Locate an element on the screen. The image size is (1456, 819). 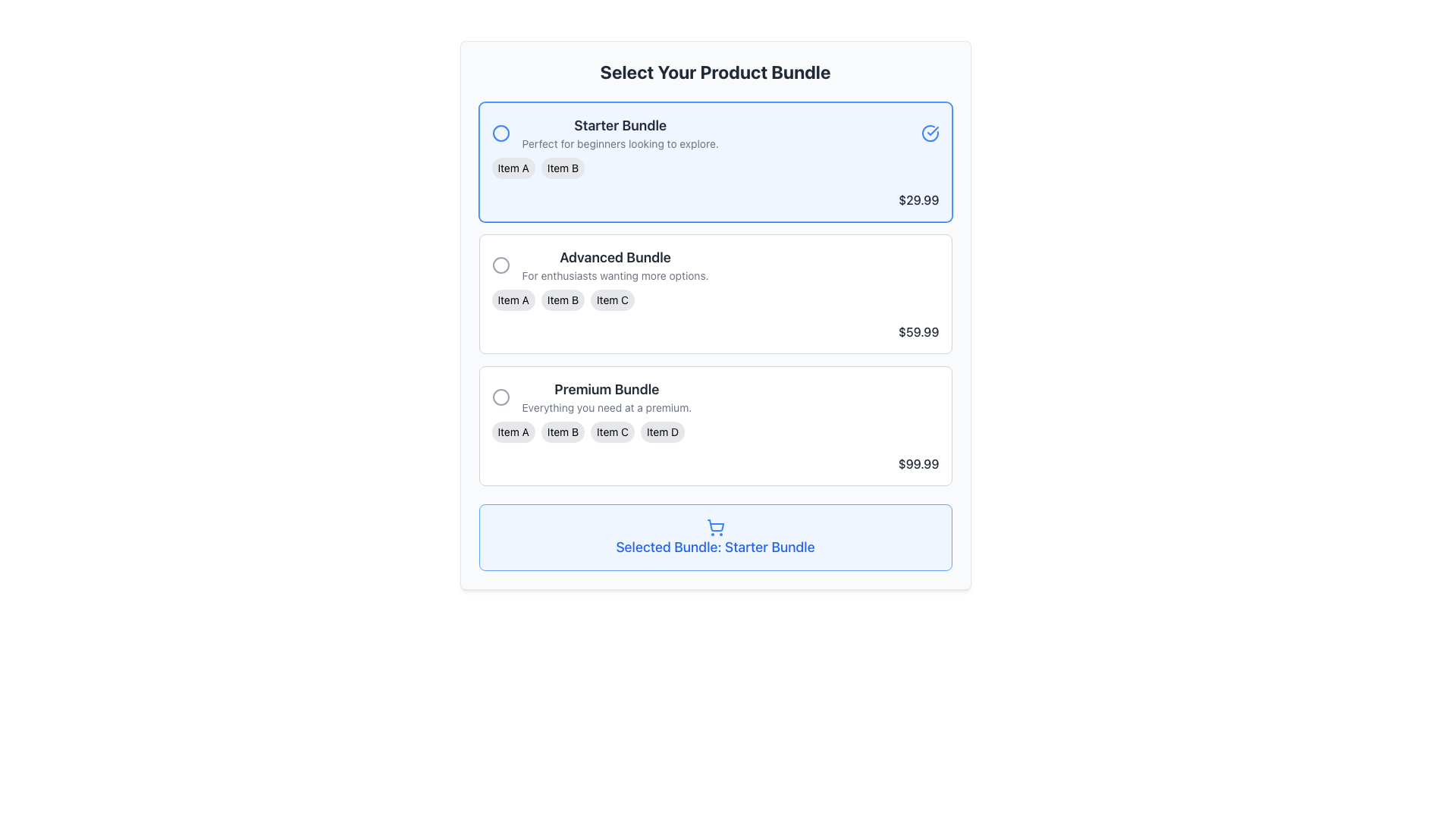
static text label at the top of the interface that indicates the purpose of selecting a product bundle is located at coordinates (714, 72).